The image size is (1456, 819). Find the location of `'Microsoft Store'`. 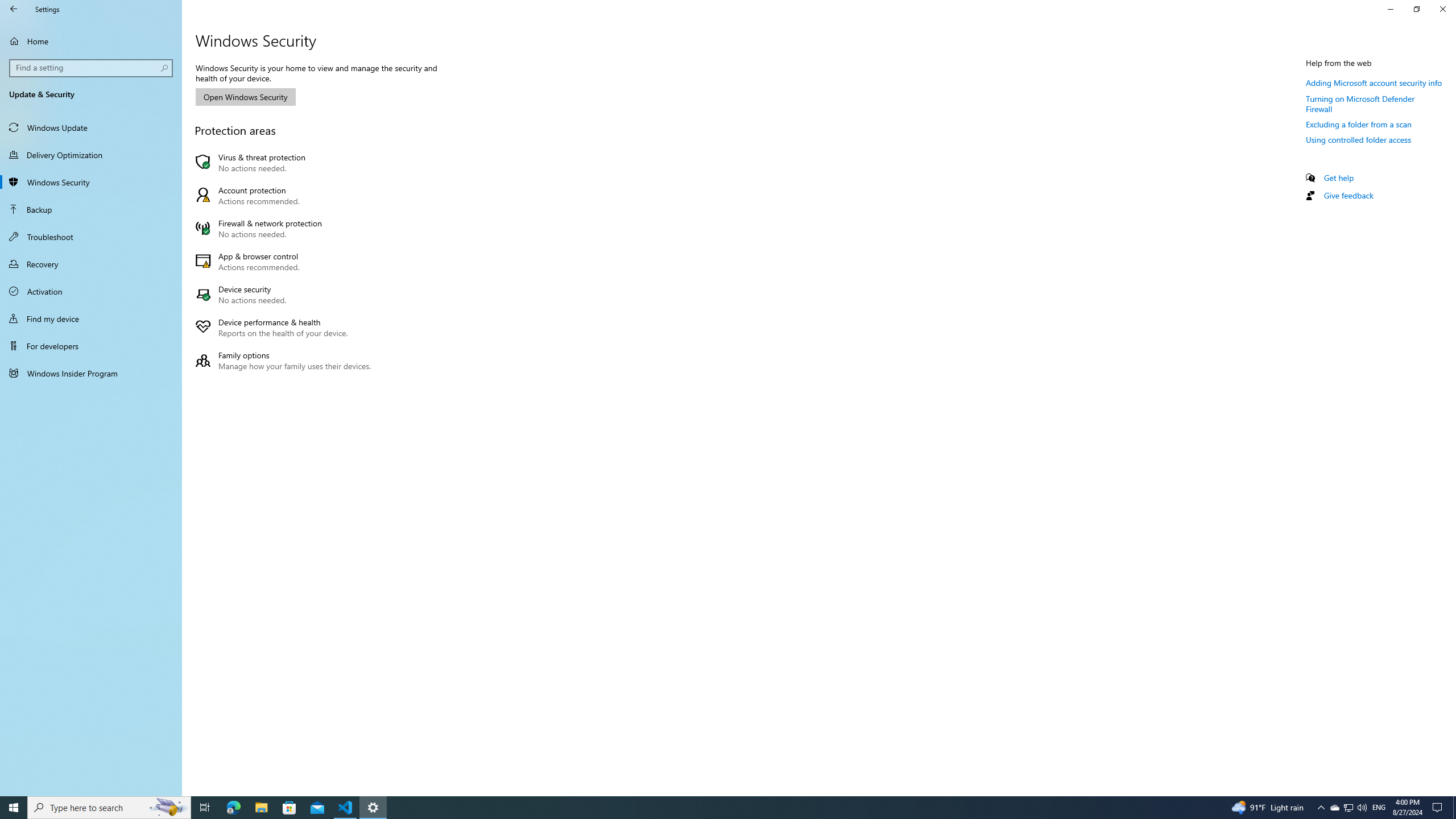

'Microsoft Store' is located at coordinates (289, 806).